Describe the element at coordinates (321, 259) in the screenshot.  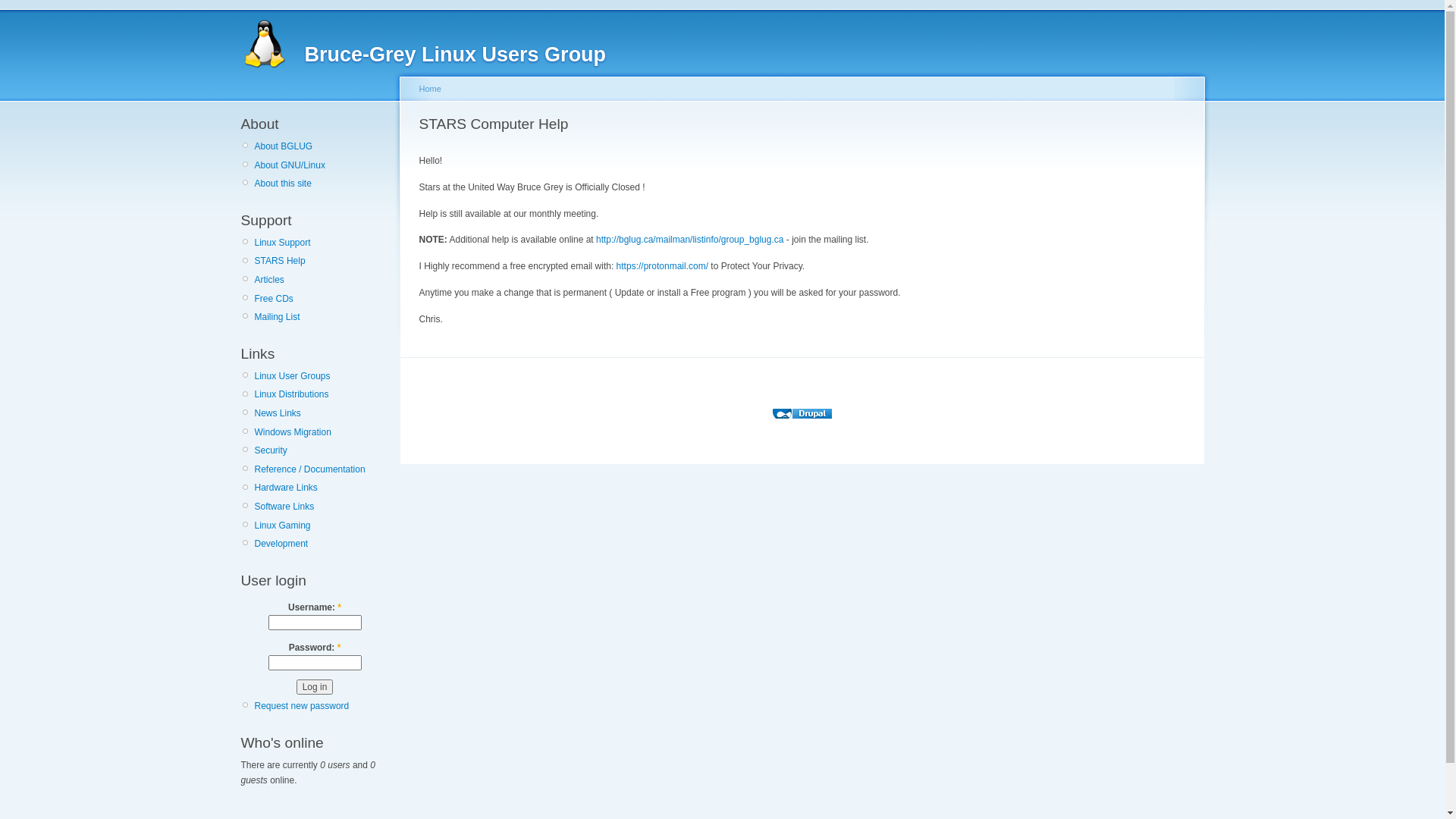
I see `'STARS Help'` at that location.